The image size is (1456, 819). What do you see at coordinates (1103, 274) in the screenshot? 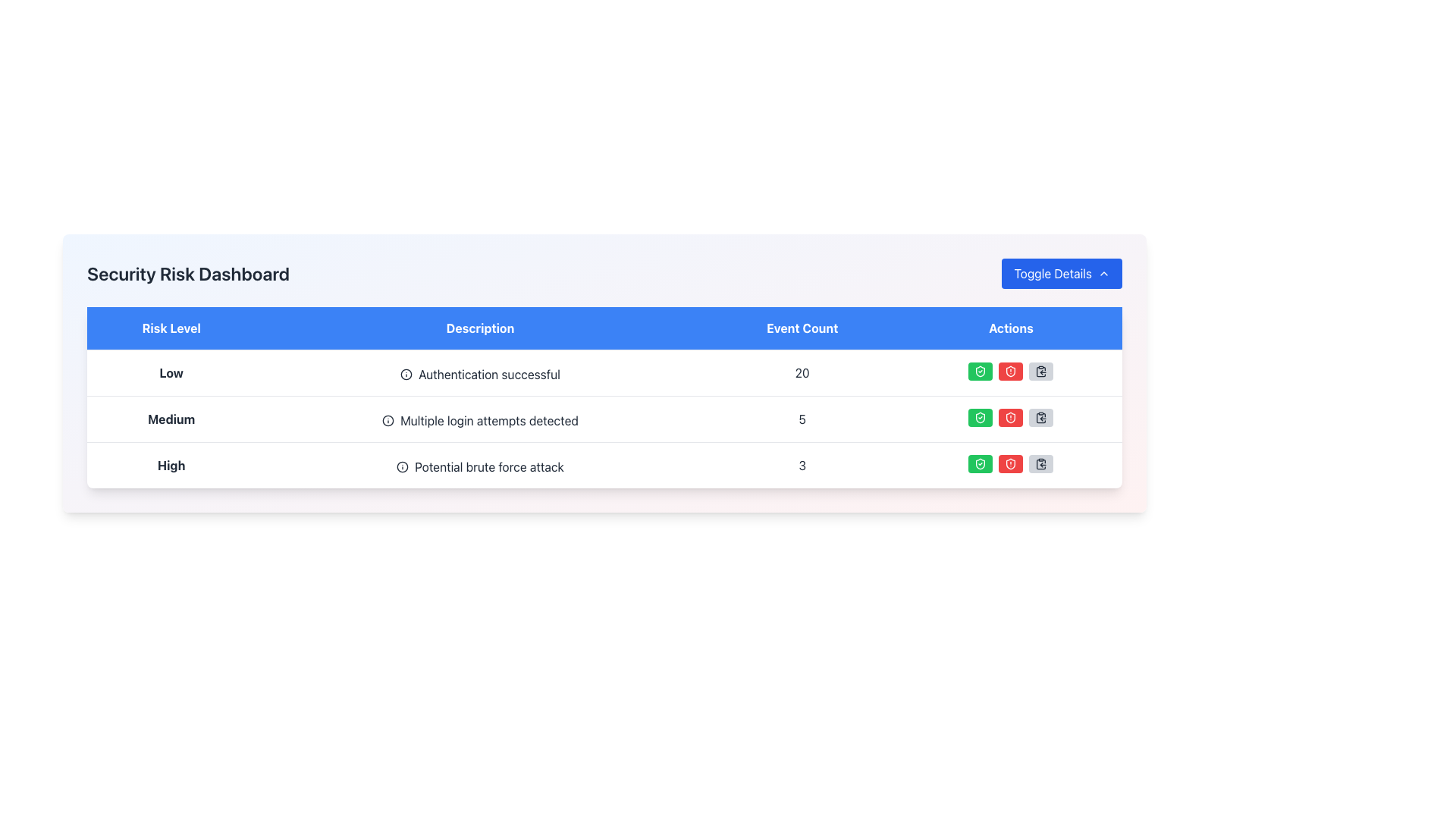
I see `the small upward-pointing chevron icon next to the 'Toggle Details' text in the interface header` at bounding box center [1103, 274].